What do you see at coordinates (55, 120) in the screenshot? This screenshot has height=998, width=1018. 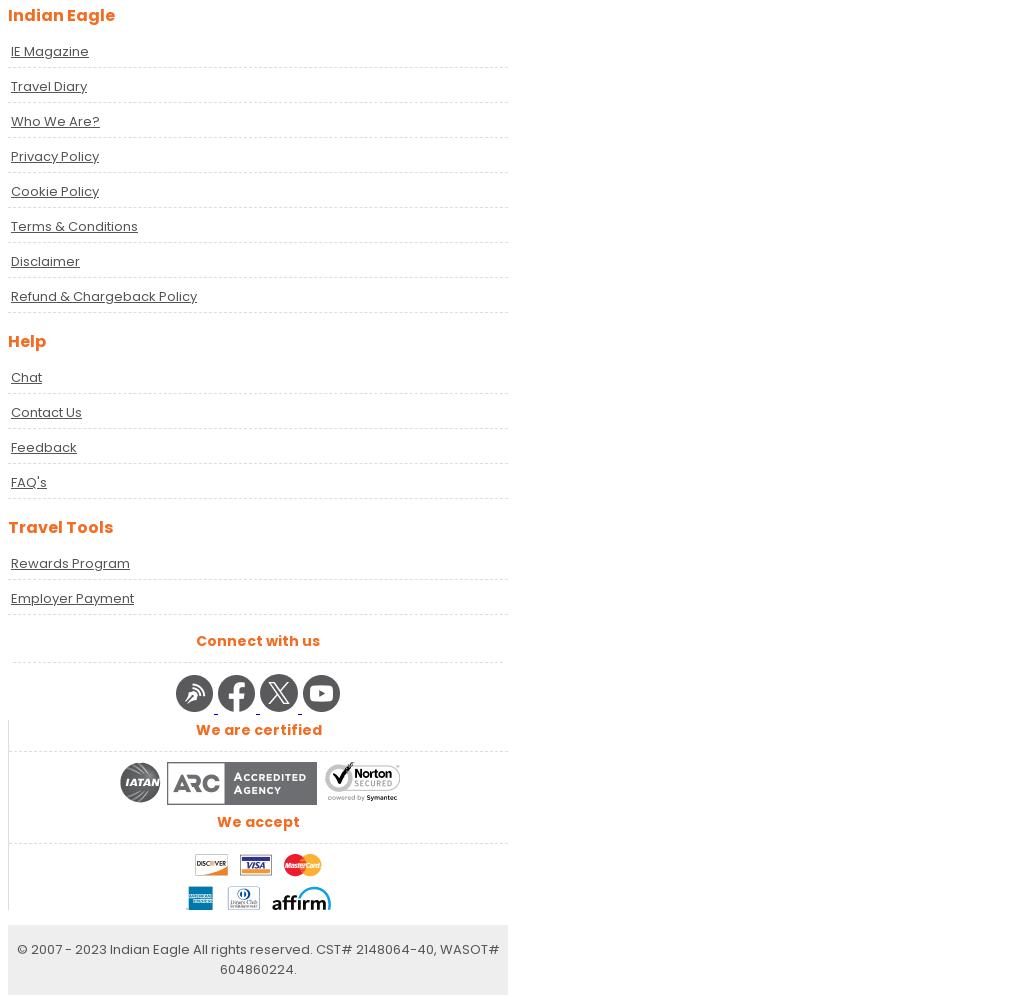 I see `'Who We Are?'` at bounding box center [55, 120].